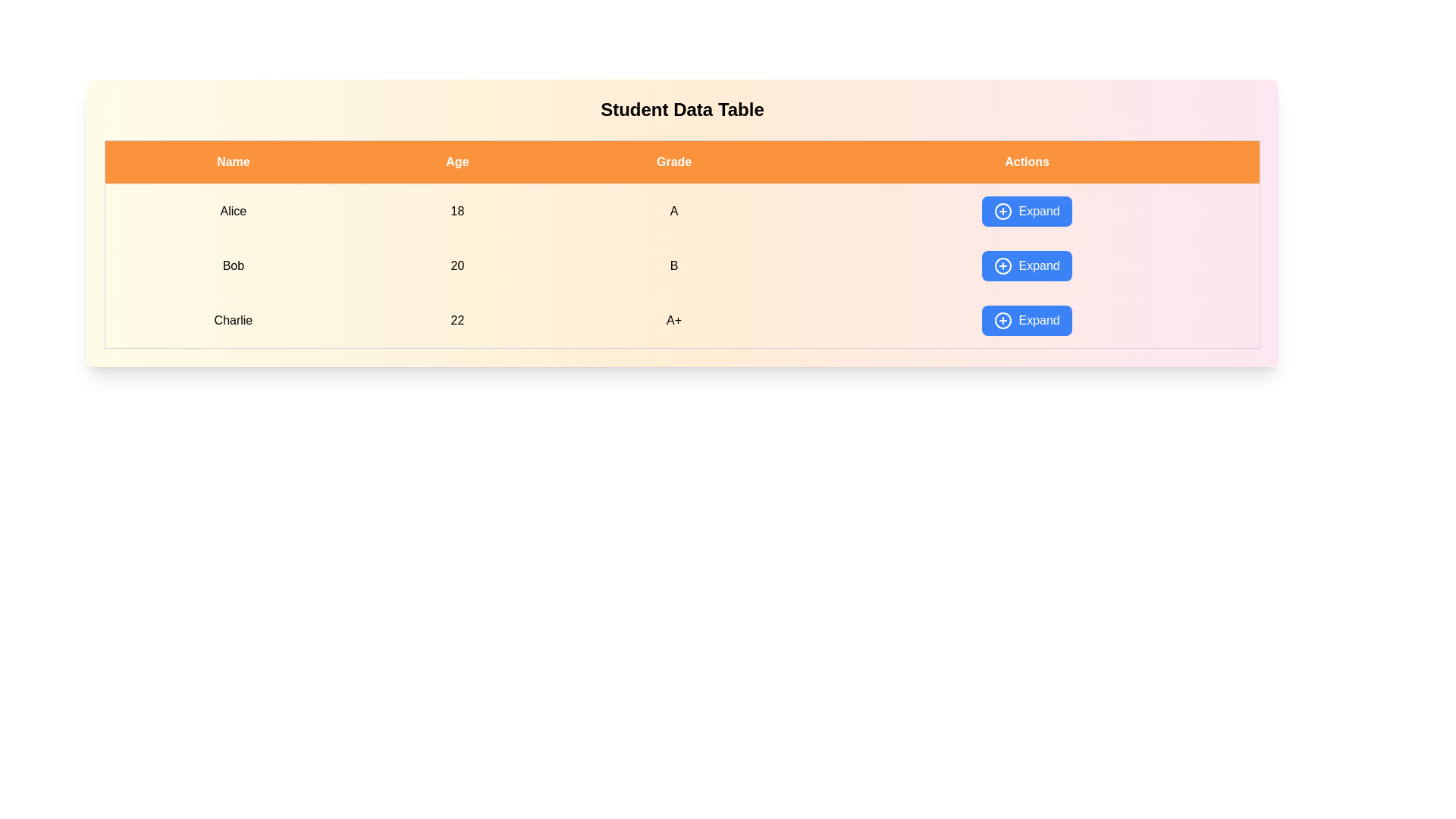 Image resolution: width=1456 pixels, height=819 pixels. What do you see at coordinates (673, 162) in the screenshot?
I see `the 'Grade' column header in the table, which indicates the grades of the listed students` at bounding box center [673, 162].